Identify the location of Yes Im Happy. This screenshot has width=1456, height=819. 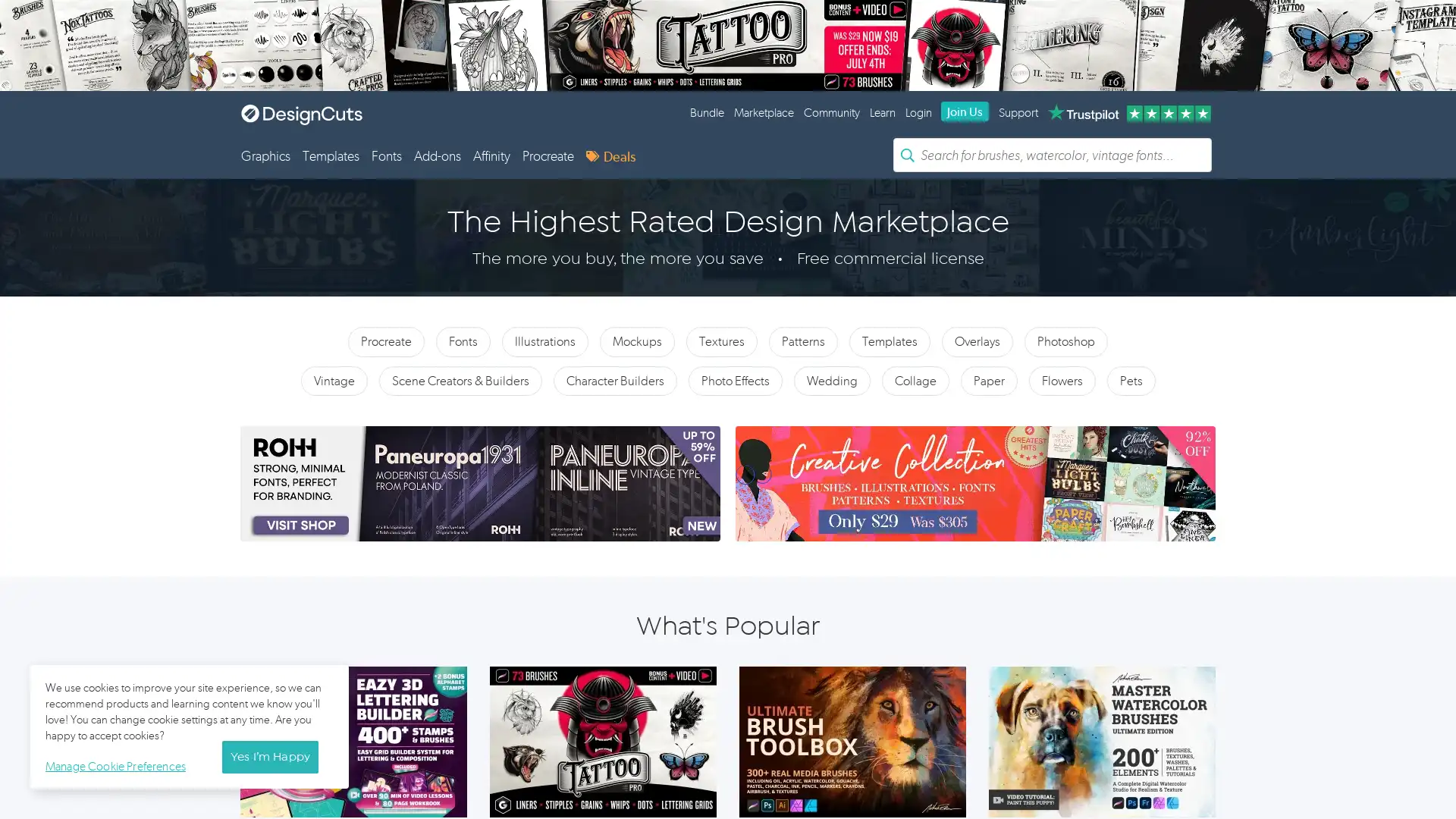
(269, 757).